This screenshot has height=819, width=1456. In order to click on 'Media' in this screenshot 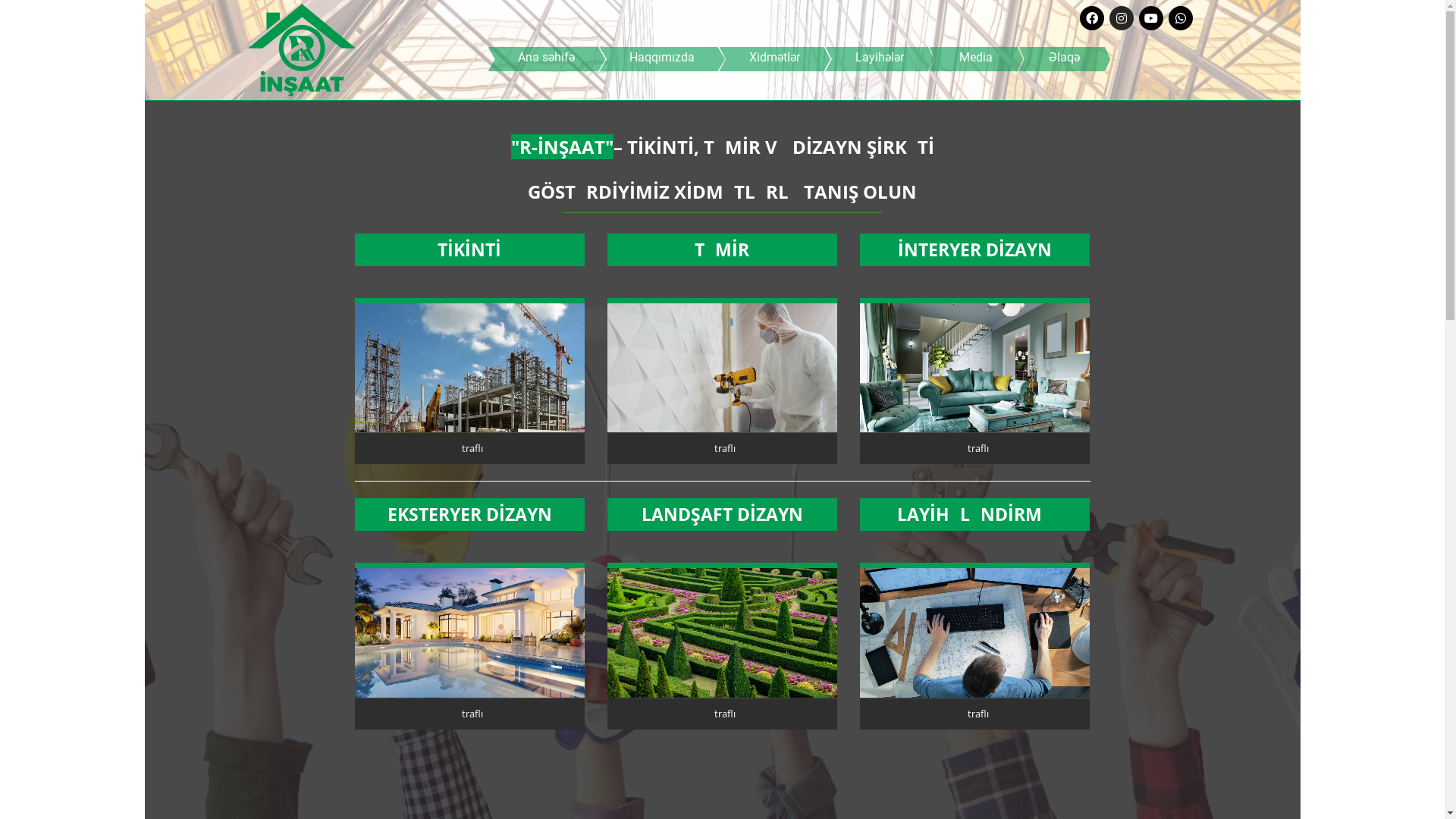, I will do `click(975, 58)`.